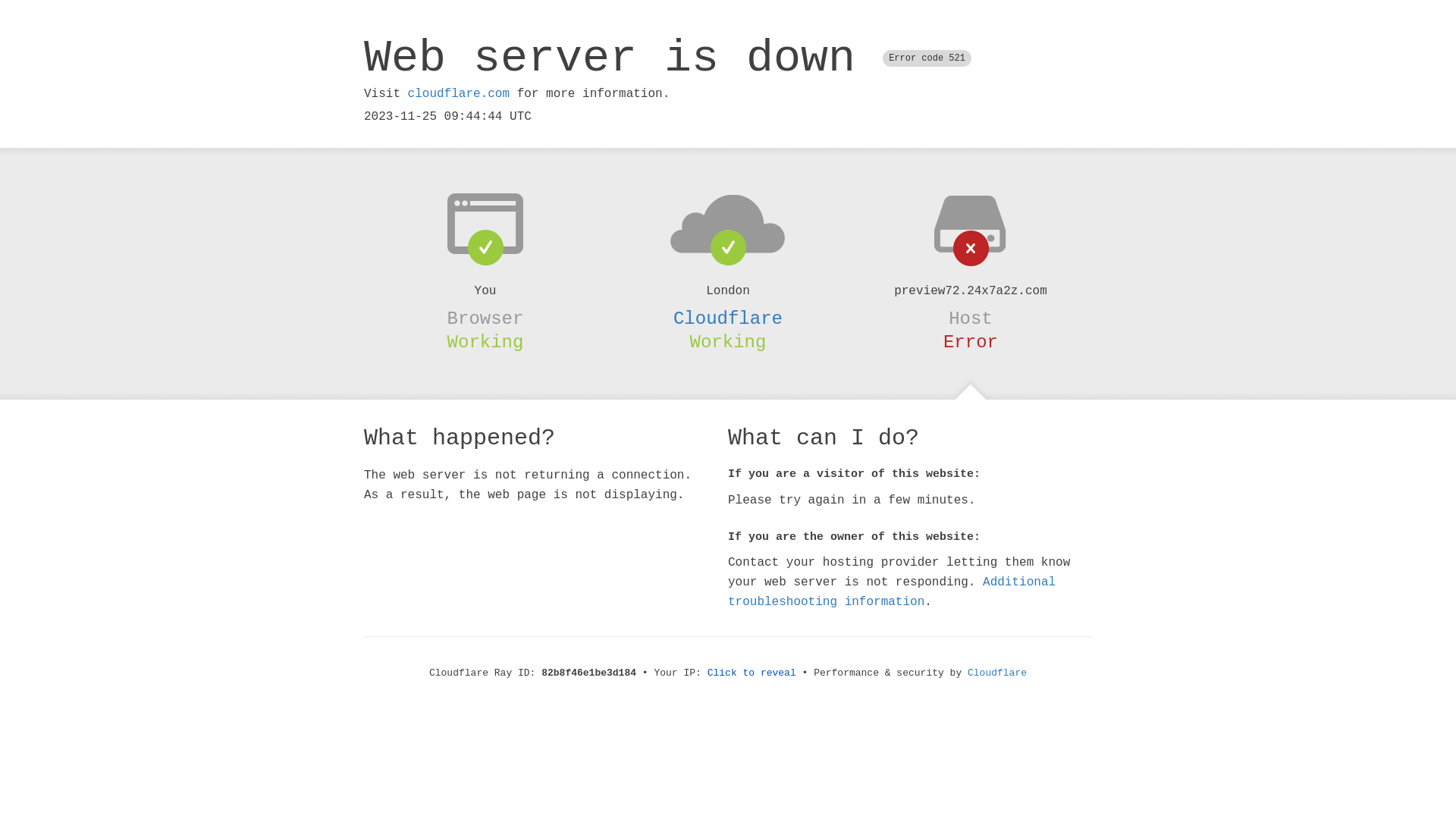  Describe the element at coordinates (457, 93) in the screenshot. I see `'cloudflare.com'` at that location.